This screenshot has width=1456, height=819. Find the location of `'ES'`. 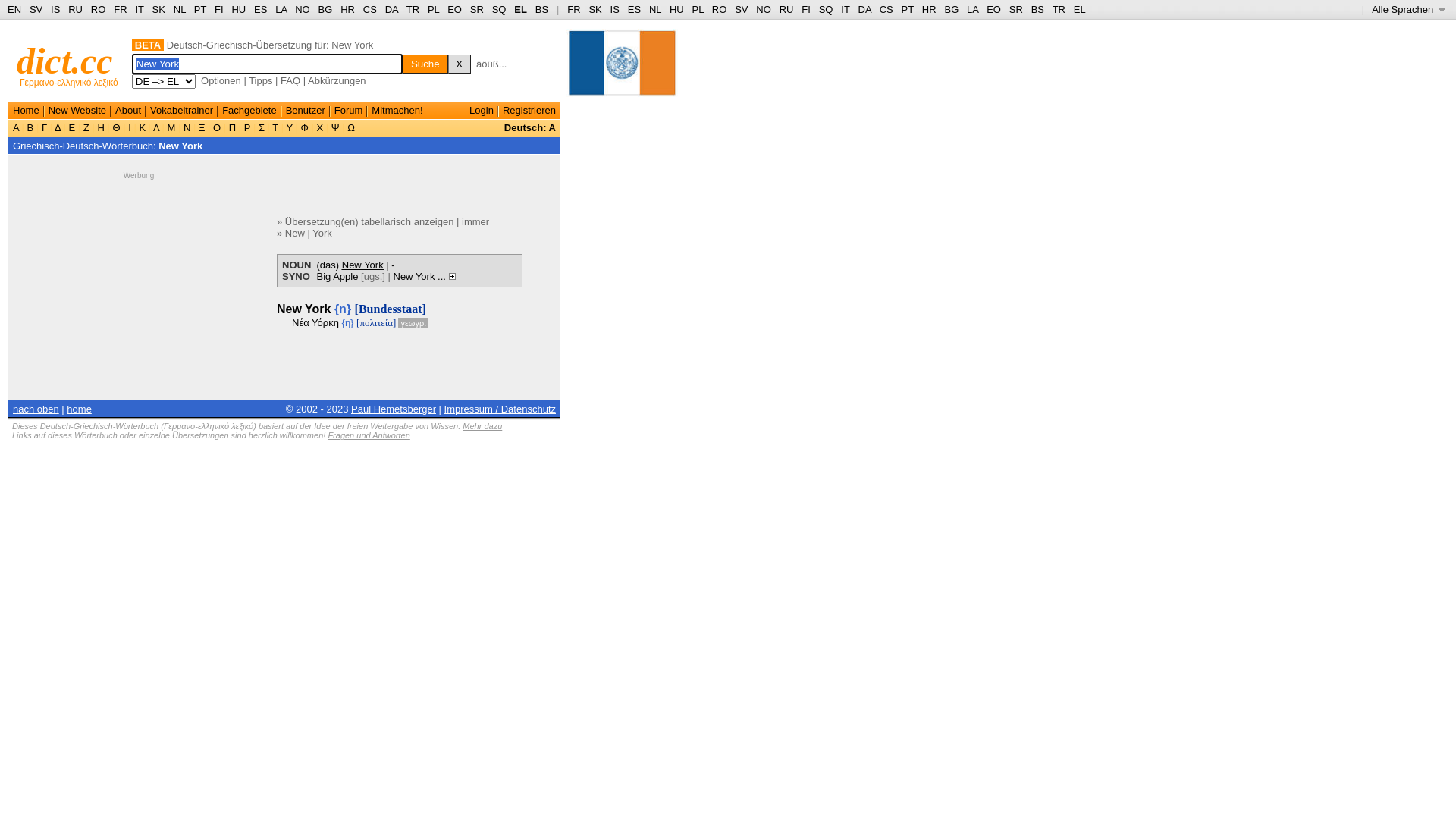

'ES' is located at coordinates (254, 9).